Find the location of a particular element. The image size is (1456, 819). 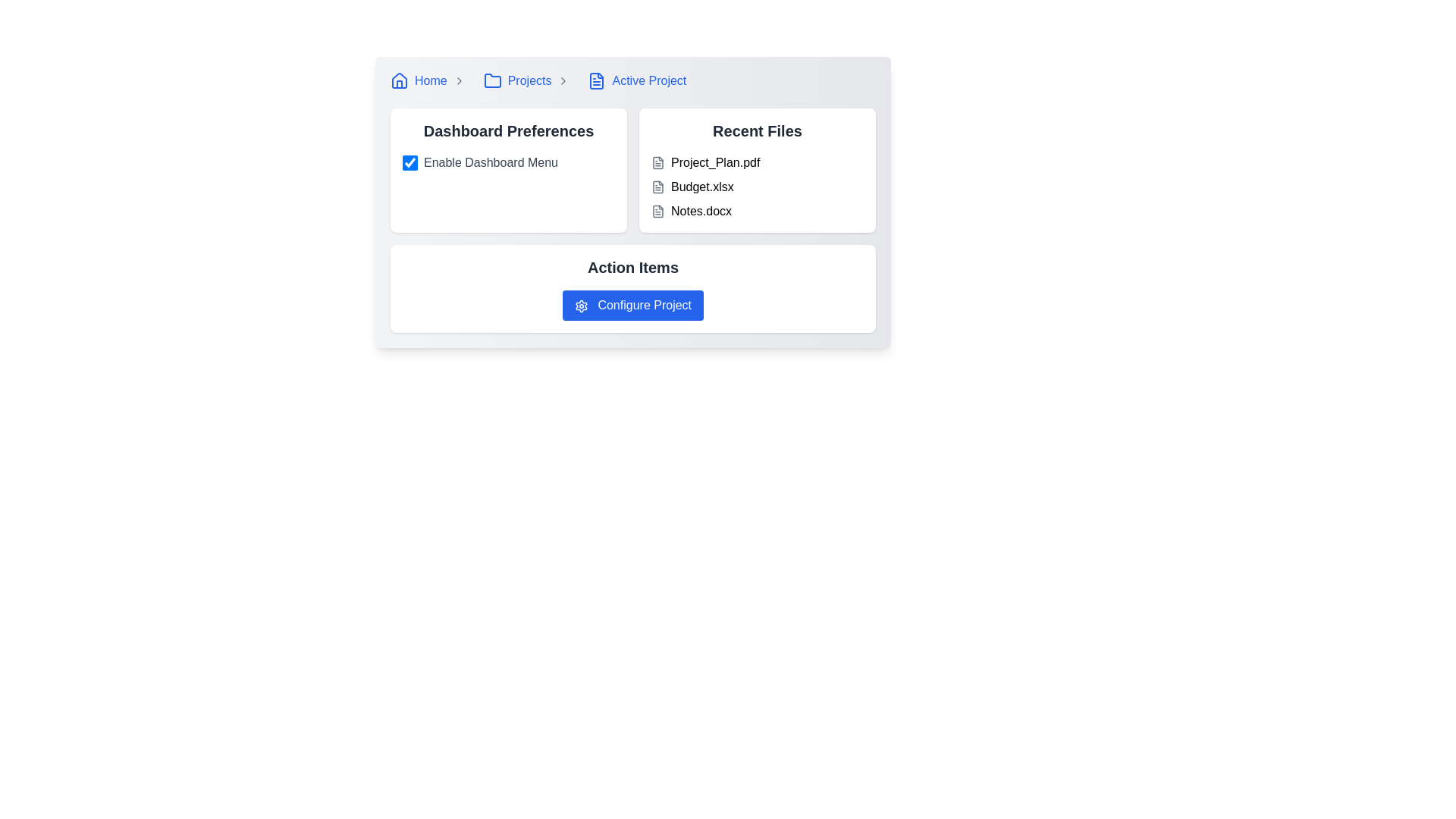

the 'Home' breadcrumb navigation item is located at coordinates (430, 81).